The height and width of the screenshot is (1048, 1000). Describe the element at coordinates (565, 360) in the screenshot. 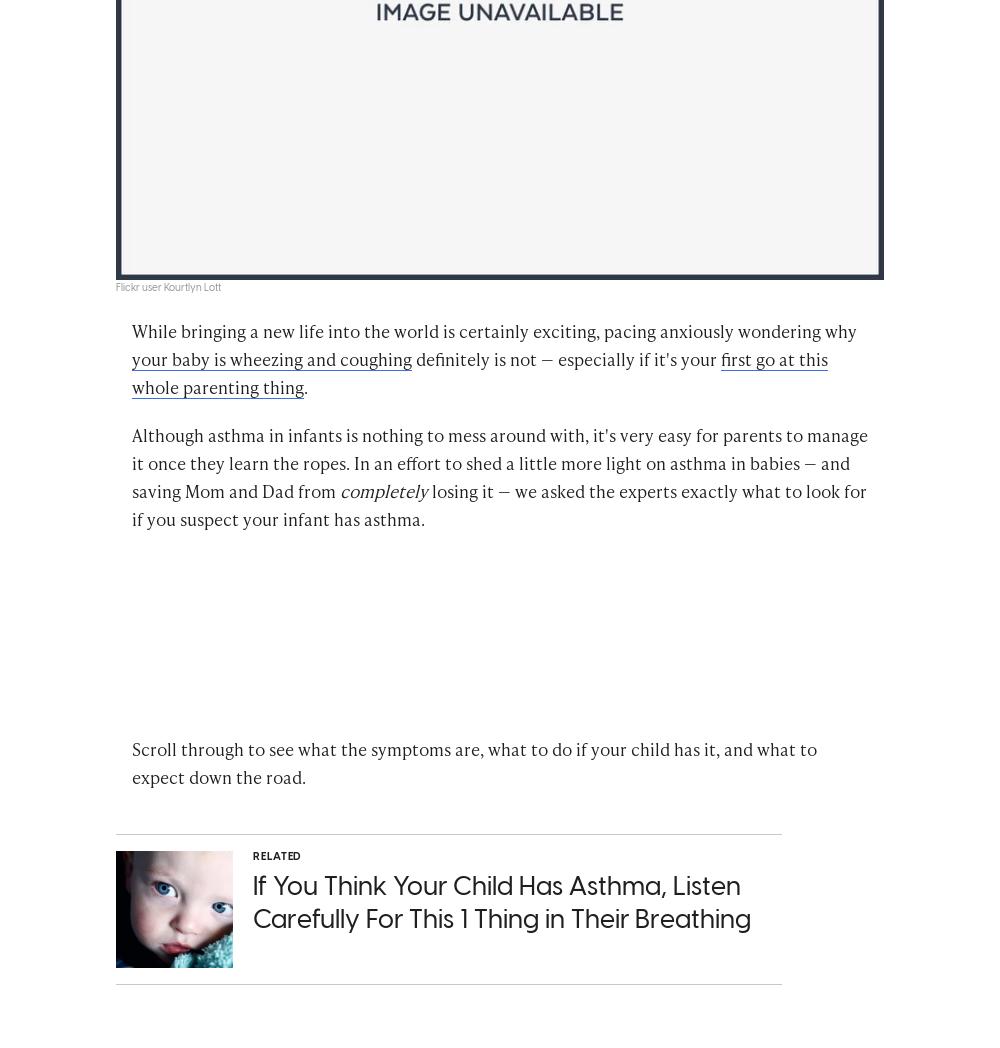

I see `'definitely is not — especially if it's your'` at that location.